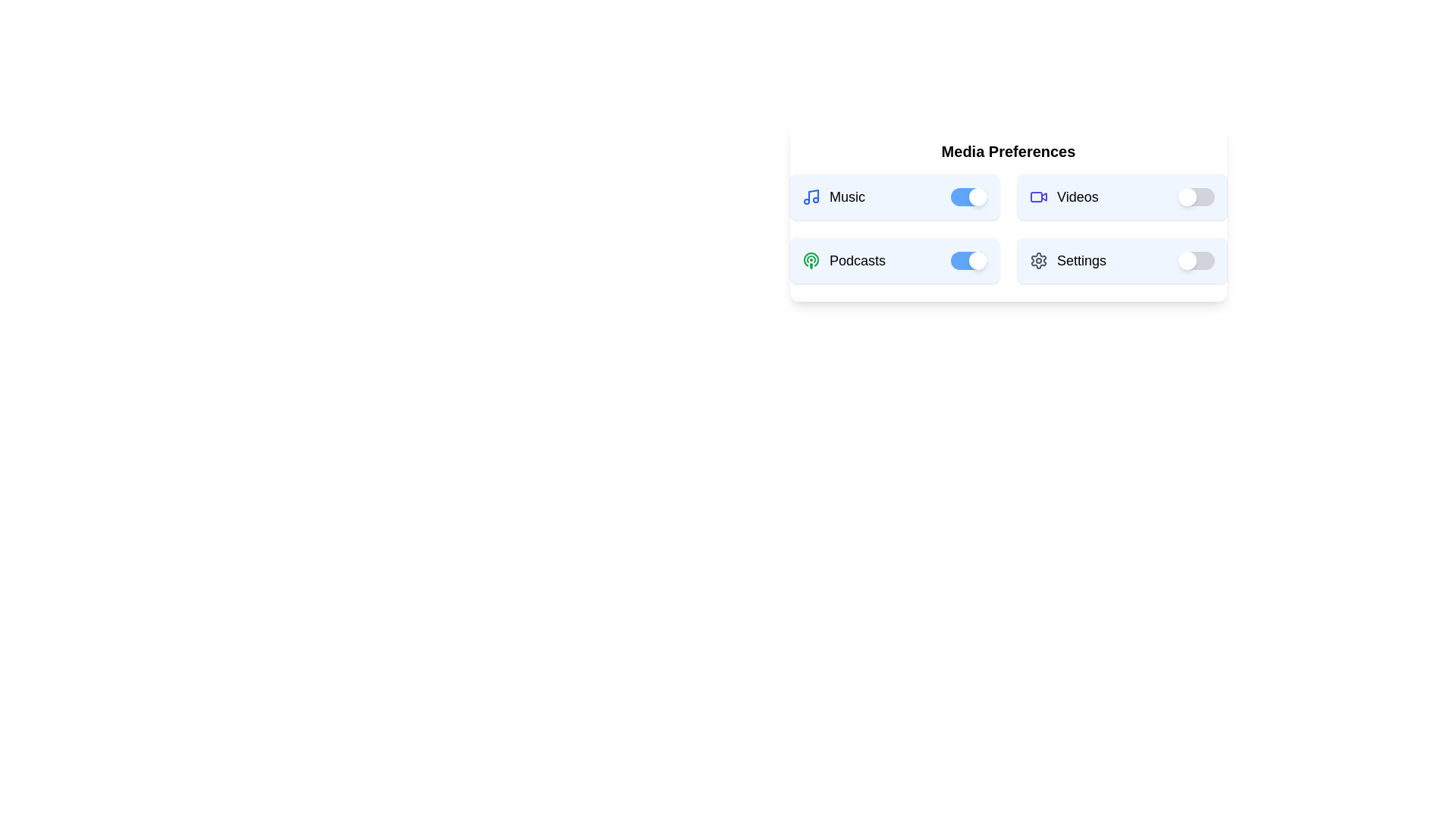 The height and width of the screenshot is (819, 1456). What do you see at coordinates (811, 259) in the screenshot?
I see `the Podcasts icon to toggle its state` at bounding box center [811, 259].